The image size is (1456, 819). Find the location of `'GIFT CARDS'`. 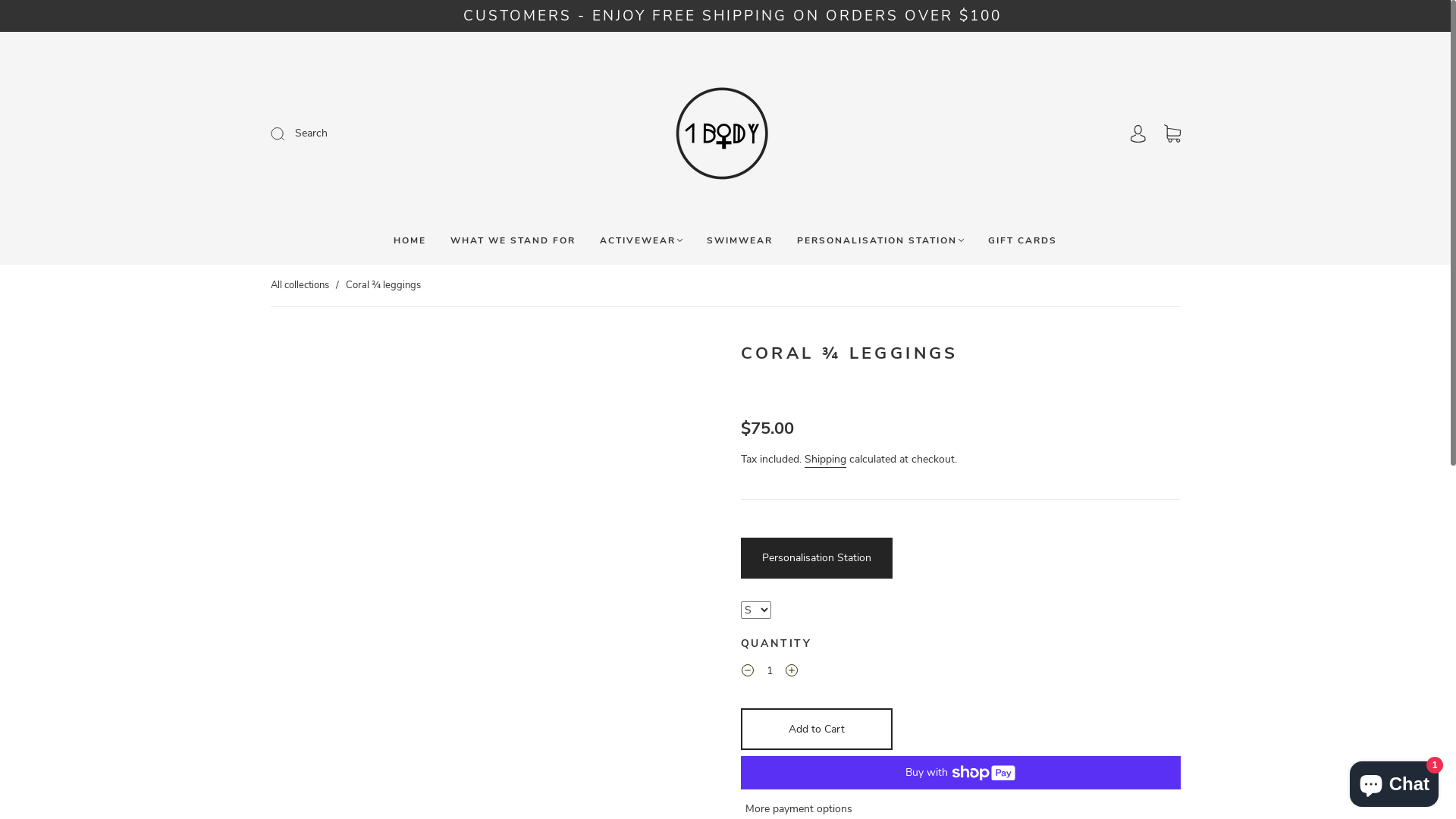

'GIFT CARDS' is located at coordinates (987, 240).